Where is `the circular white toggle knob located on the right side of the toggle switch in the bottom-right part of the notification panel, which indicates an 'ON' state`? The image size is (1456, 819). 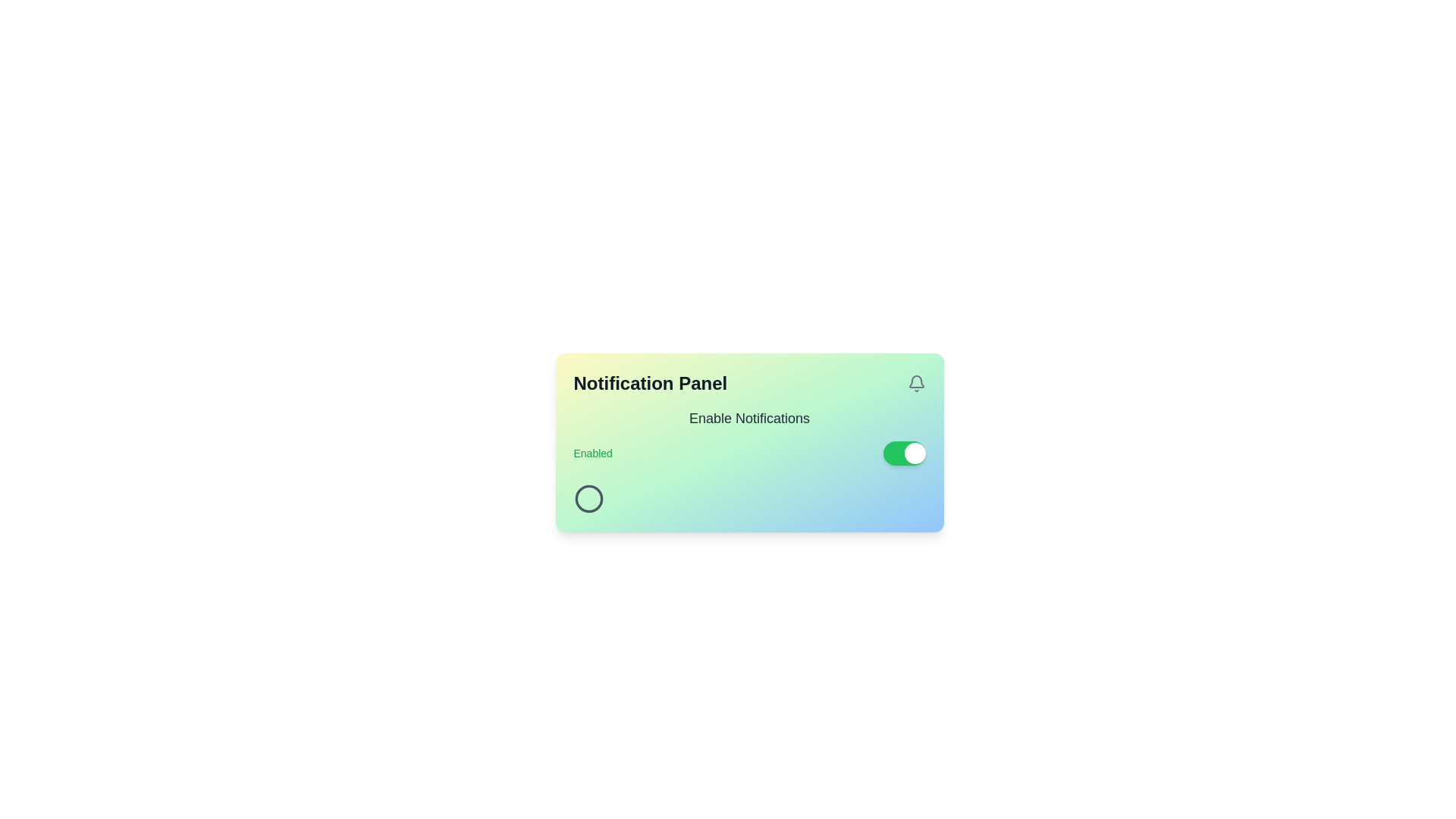 the circular white toggle knob located on the right side of the toggle switch in the bottom-right part of the notification panel, which indicates an 'ON' state is located at coordinates (914, 452).